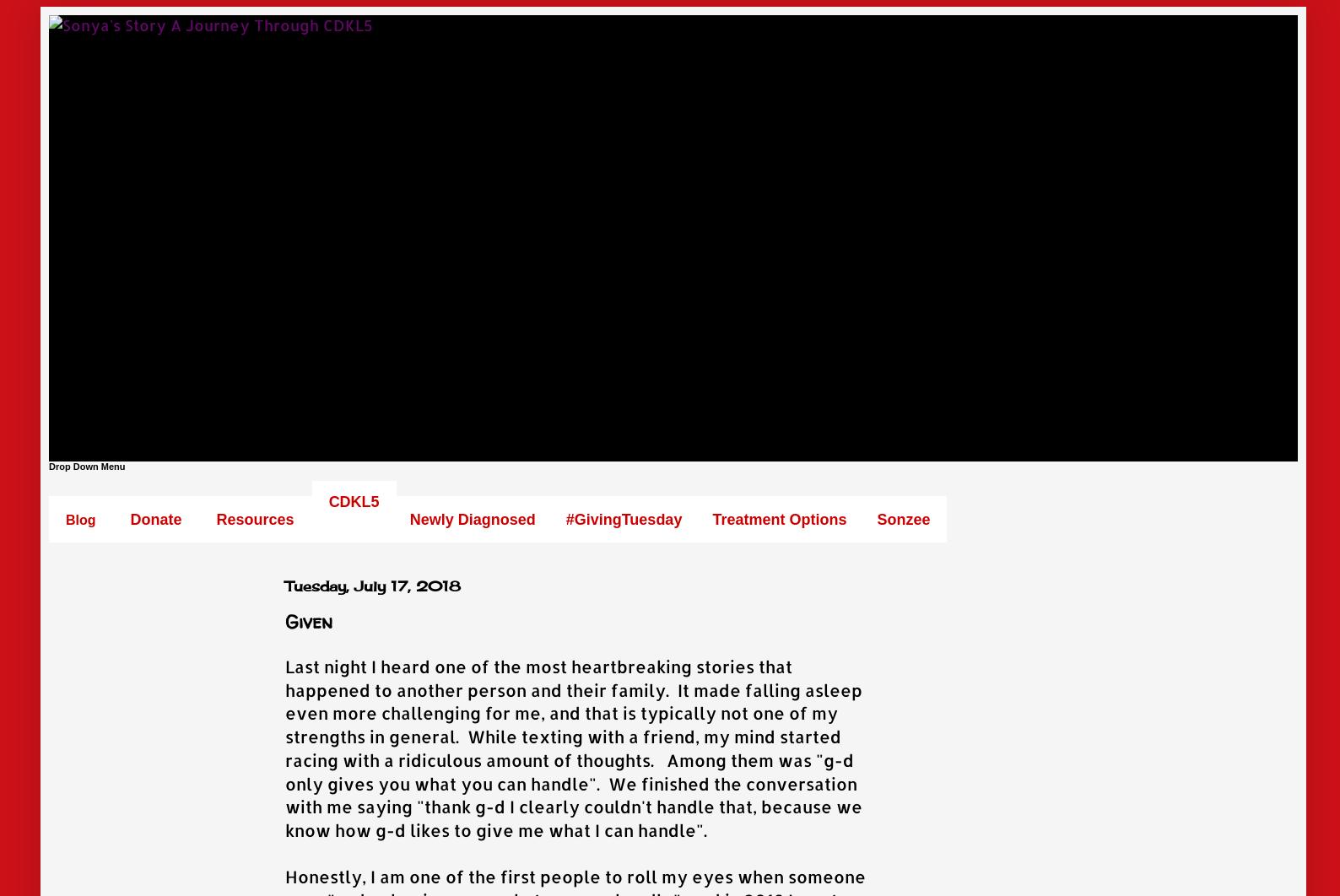 The image size is (1340, 896). I want to click on 'Tuesday, July 17, 2018', so click(372, 586).